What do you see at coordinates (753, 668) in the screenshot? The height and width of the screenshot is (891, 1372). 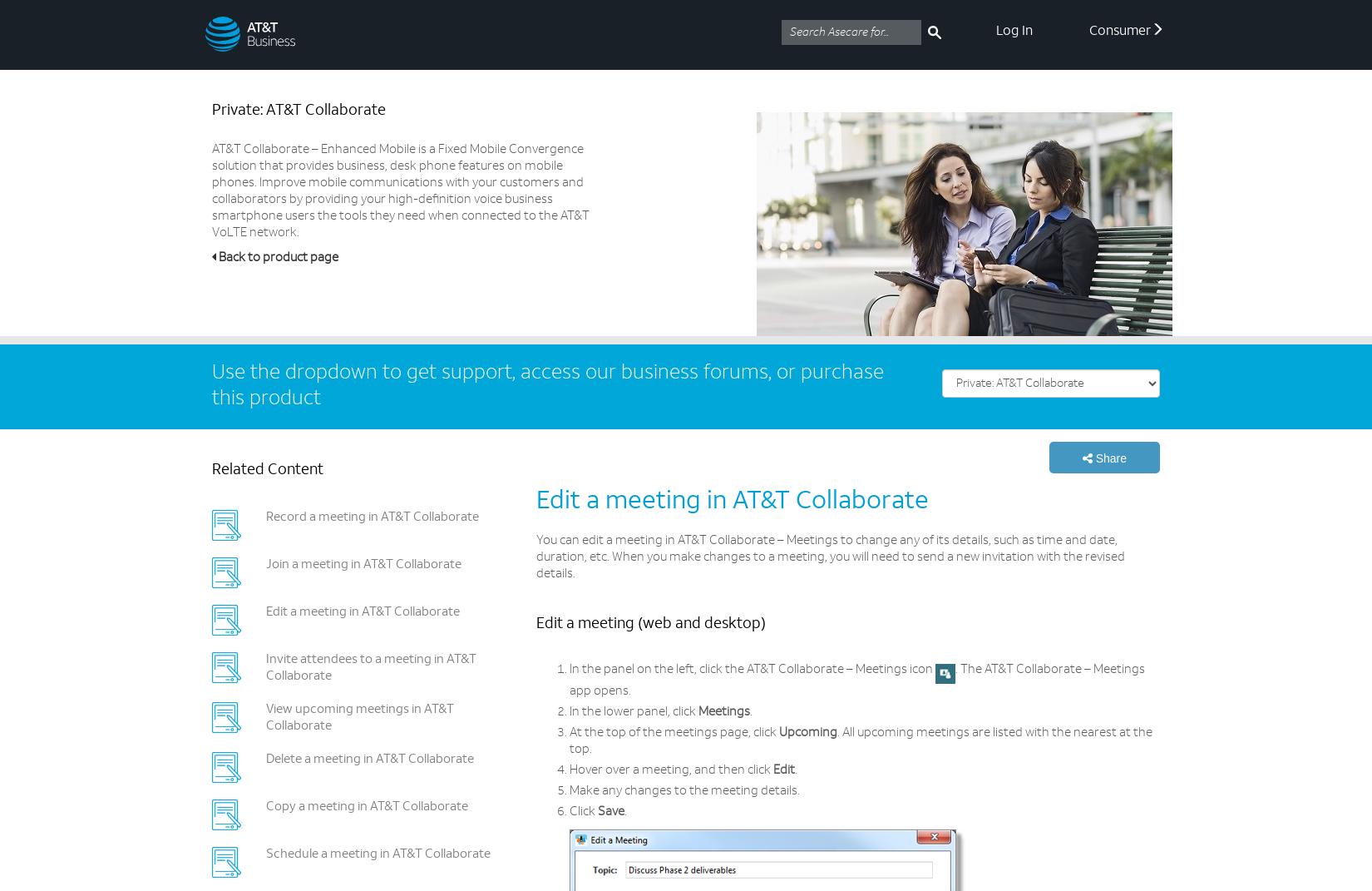 I see `'In the panel on the left, click the AT&T Collaborate – Meetings icon'` at bounding box center [753, 668].